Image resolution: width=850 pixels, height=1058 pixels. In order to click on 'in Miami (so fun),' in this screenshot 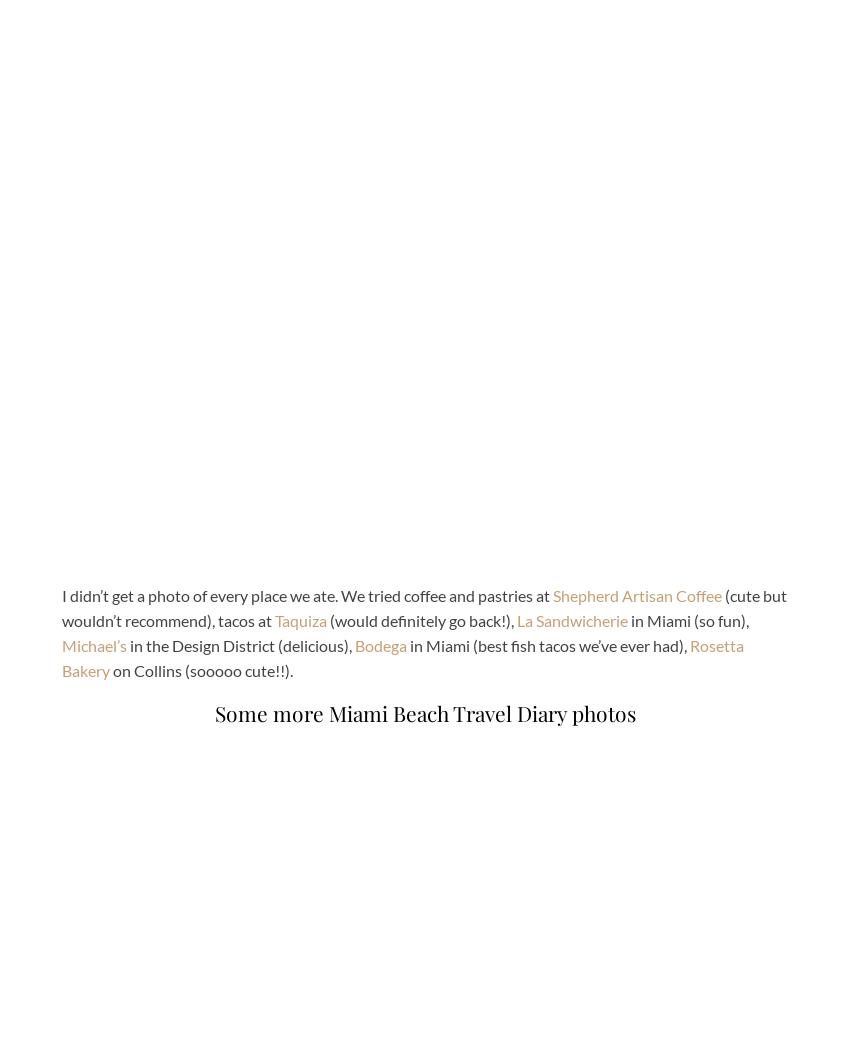, I will do `click(687, 619)`.